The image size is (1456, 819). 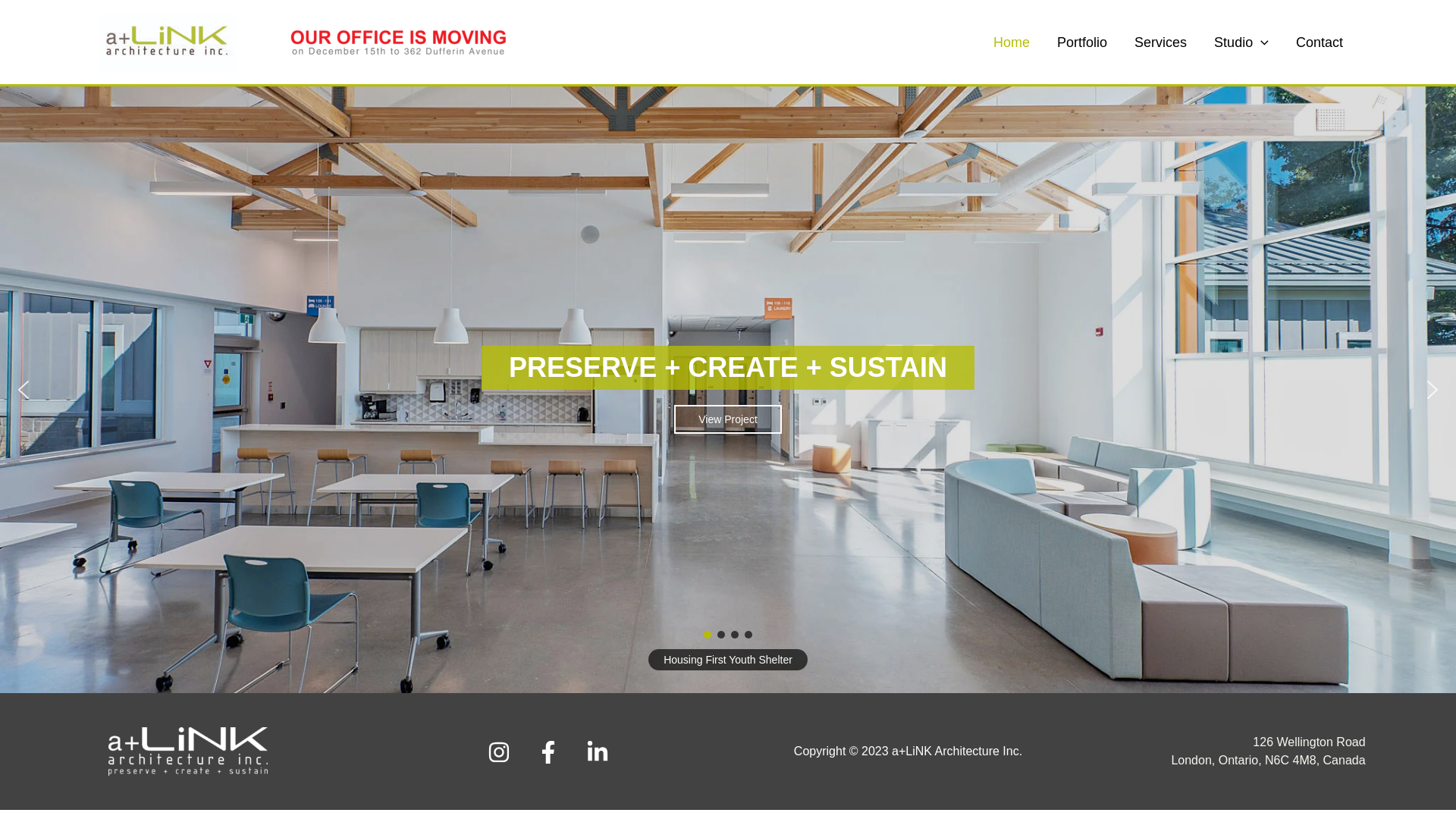 What do you see at coordinates (1241, 40) in the screenshot?
I see `'Studio'` at bounding box center [1241, 40].